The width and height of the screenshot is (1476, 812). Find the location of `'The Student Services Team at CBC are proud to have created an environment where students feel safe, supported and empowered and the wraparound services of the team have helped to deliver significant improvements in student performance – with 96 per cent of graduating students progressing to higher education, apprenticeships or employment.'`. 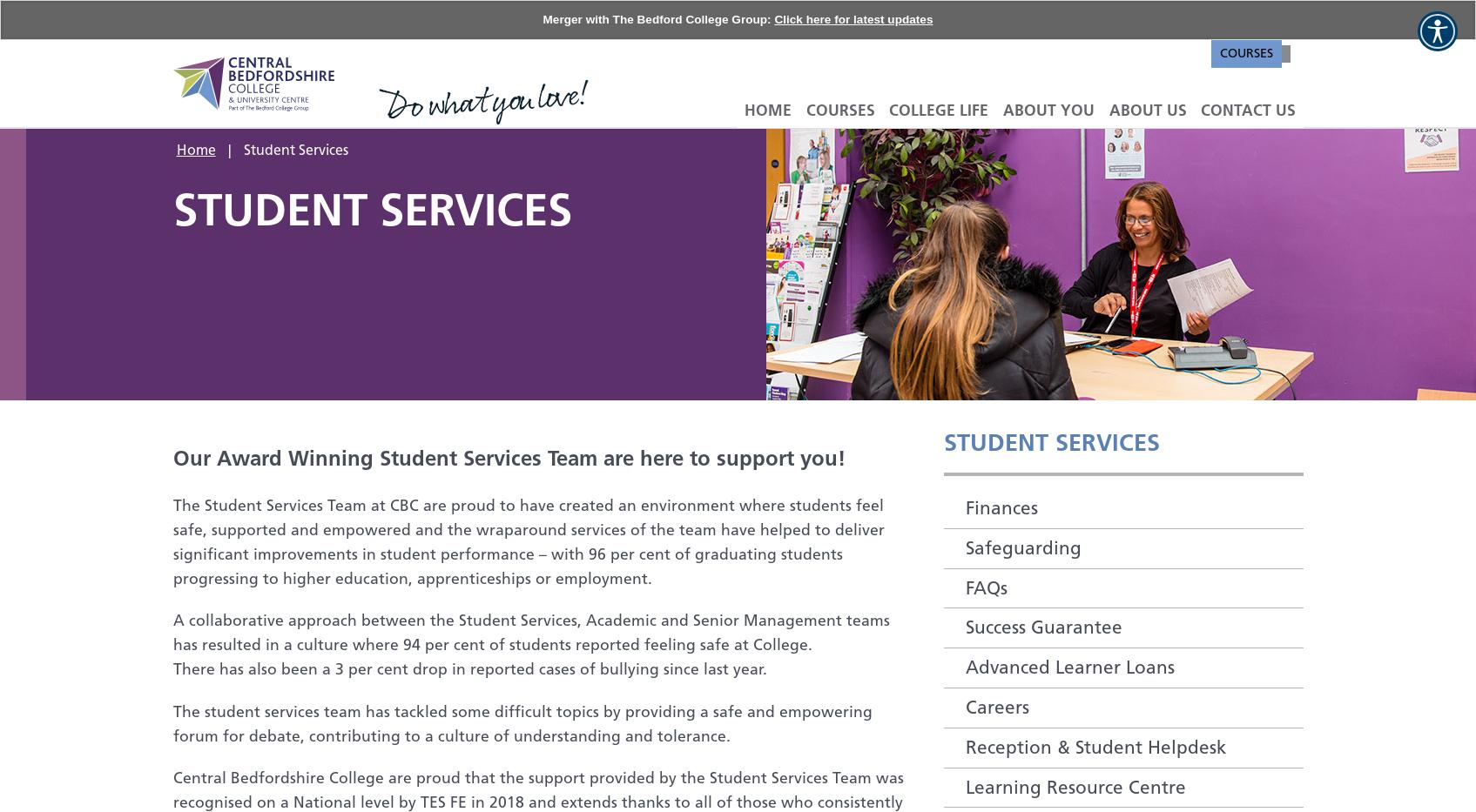

'The Student Services Team at CBC are proud to have created an environment where students feel safe, supported and empowered and the wraparound services of the team have helped to deliver significant improvements in student performance – with 96 per cent of graduating students progressing to higher education, apprenticeships or employment.' is located at coordinates (527, 540).